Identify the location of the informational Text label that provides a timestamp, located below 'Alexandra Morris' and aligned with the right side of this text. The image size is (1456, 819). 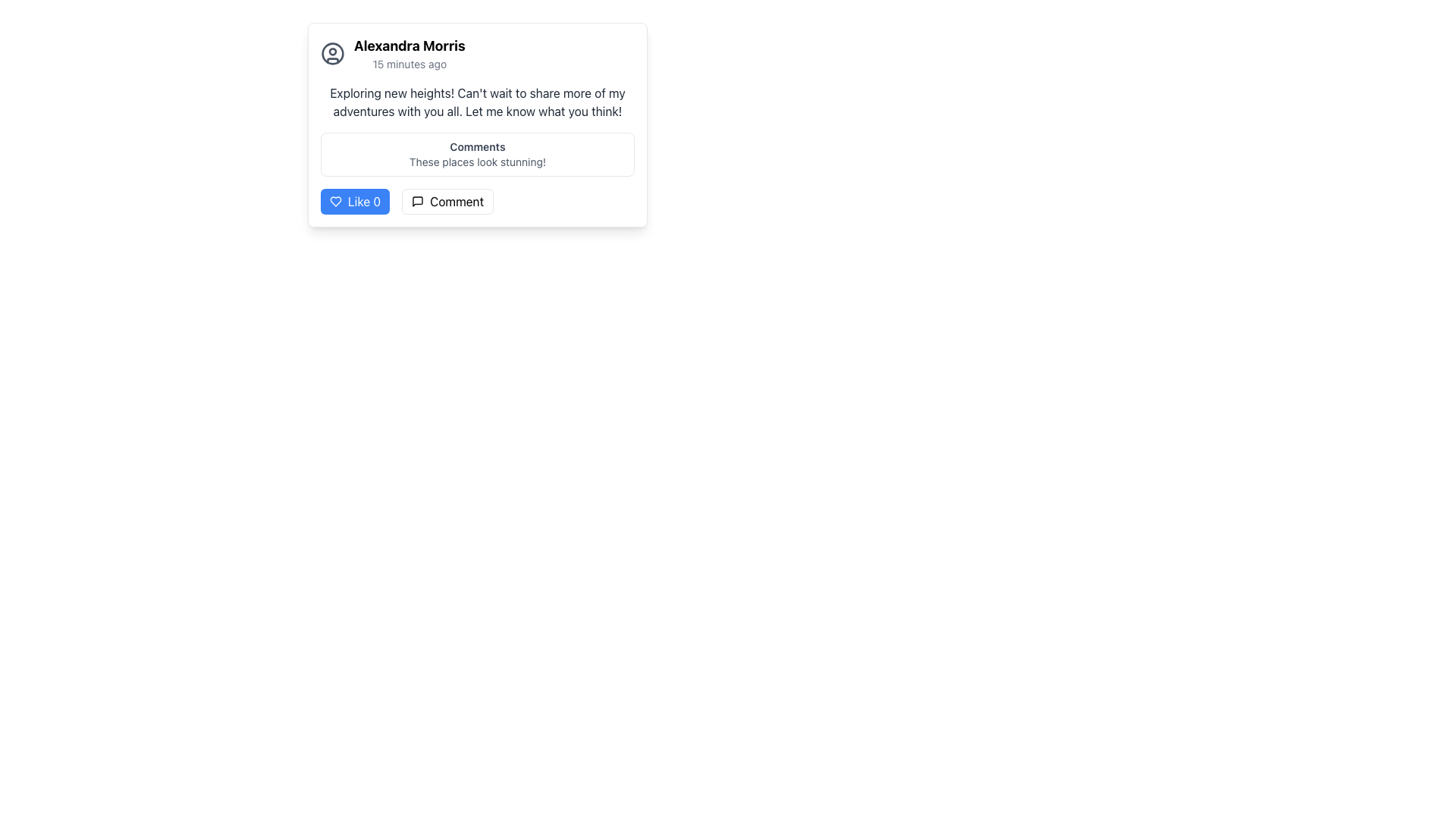
(409, 63).